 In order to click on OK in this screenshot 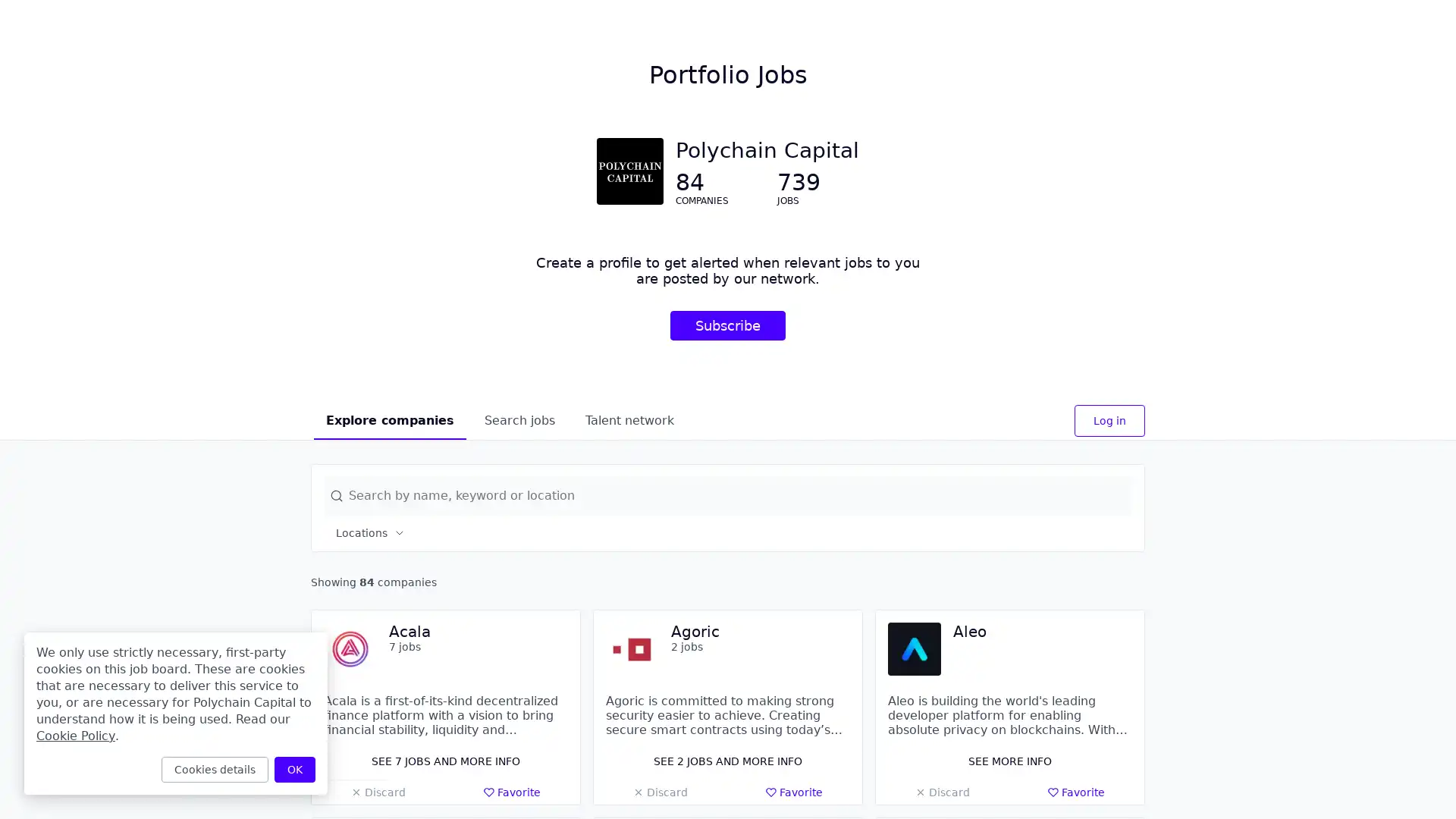, I will do `click(294, 769)`.